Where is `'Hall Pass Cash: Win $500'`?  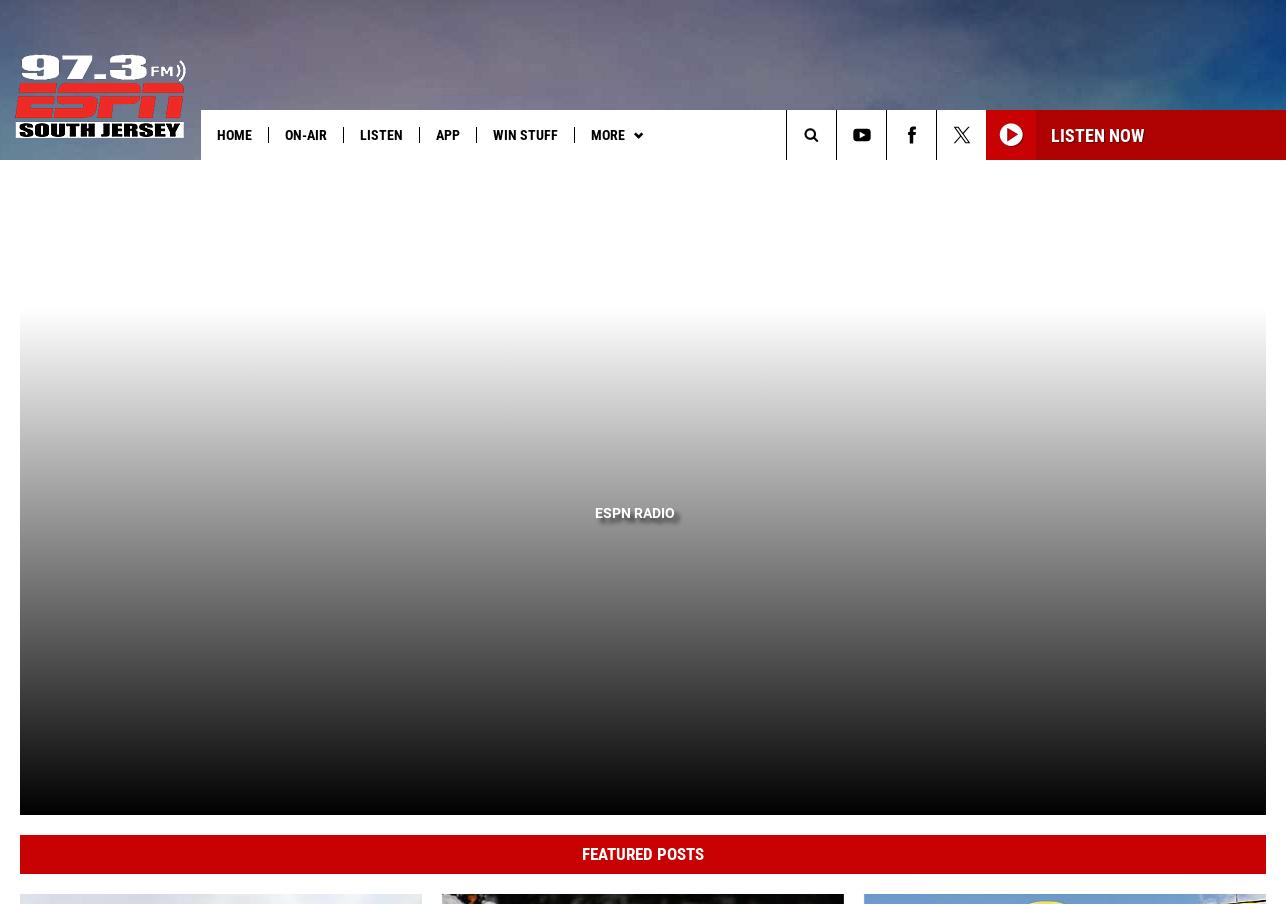
'Hall Pass Cash: Win $500' is located at coordinates (117, 176).